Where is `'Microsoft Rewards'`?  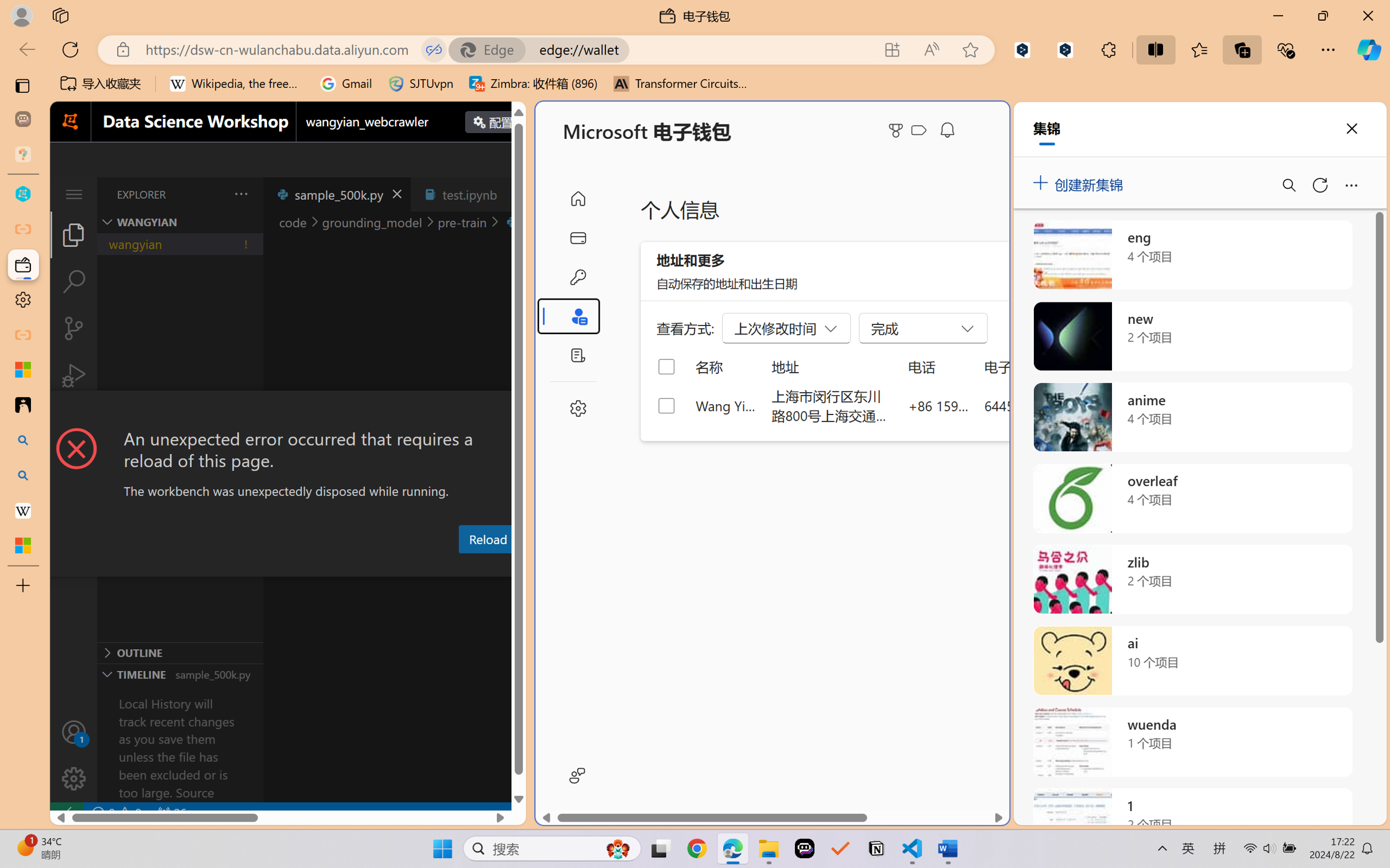
'Microsoft Rewards' is located at coordinates (898, 130).